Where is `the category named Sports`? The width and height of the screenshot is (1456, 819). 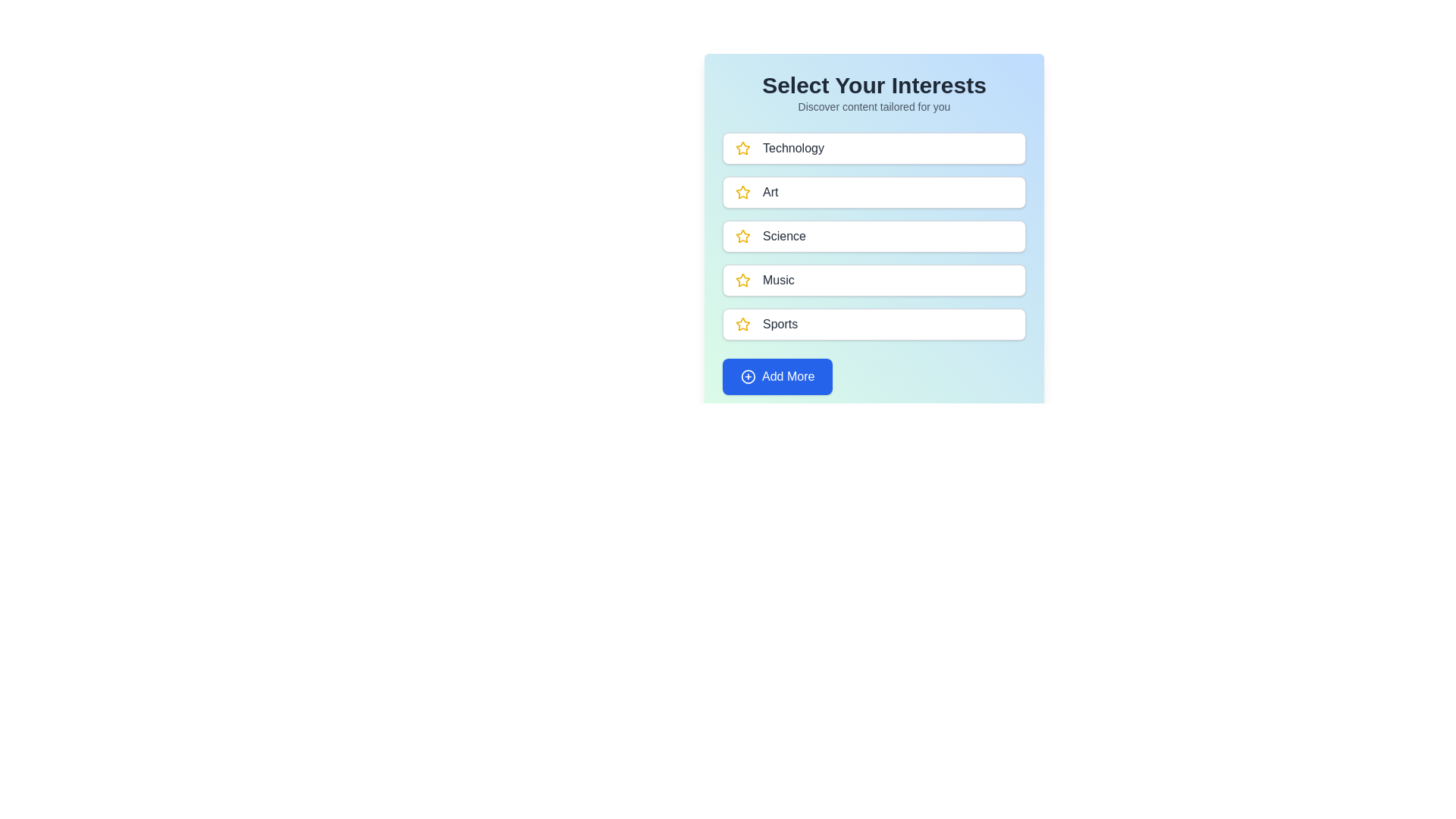 the category named Sports is located at coordinates (874, 324).